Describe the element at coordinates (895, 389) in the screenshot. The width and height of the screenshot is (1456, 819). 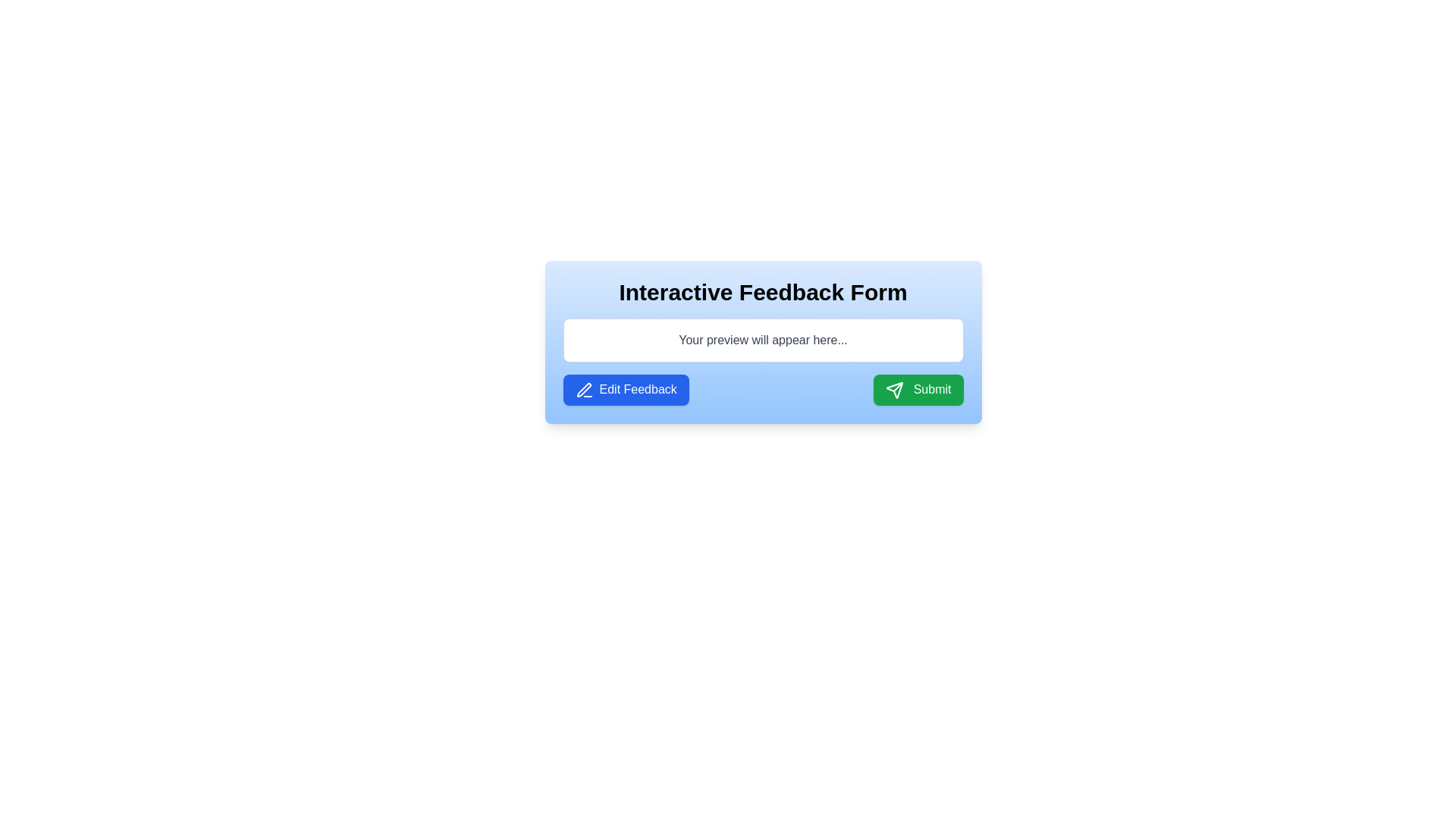
I see `the icon that represents sending or submitting an action, which is the leftmost element of the green 'Submit' button located on the right side of the bottom section of the form interface` at that location.